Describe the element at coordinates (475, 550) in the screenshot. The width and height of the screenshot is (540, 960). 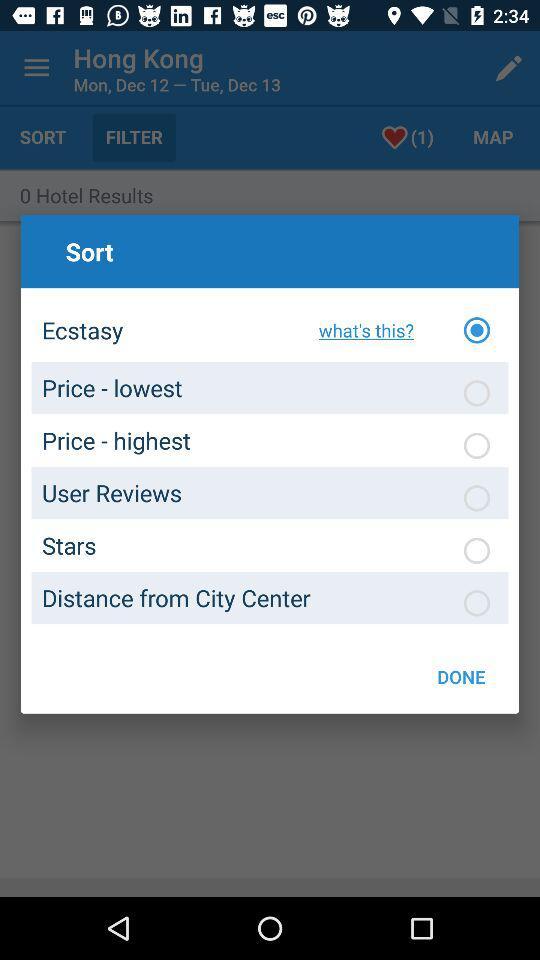
I see `sort by number of stars` at that location.